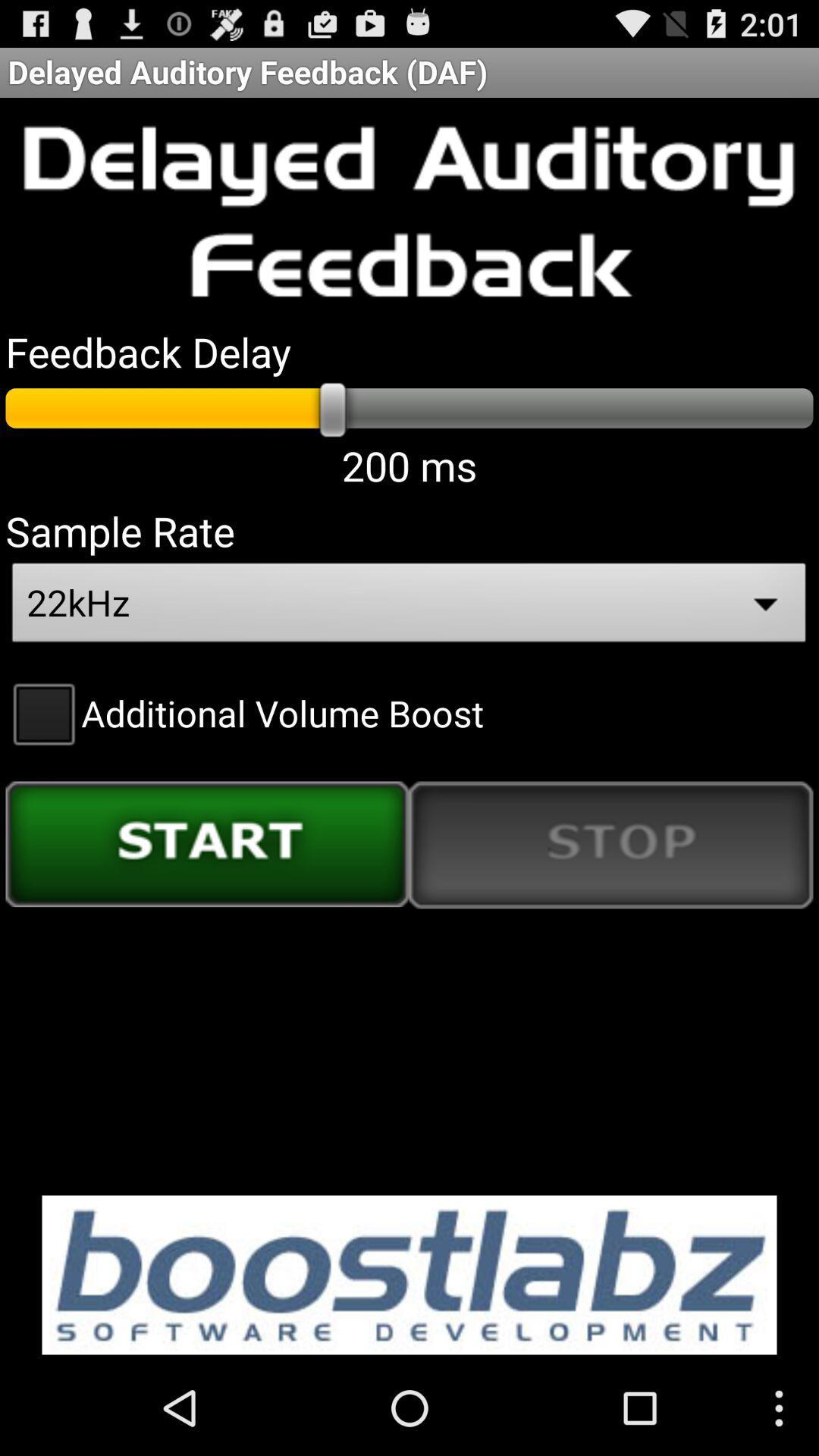 This screenshot has width=819, height=1456. Describe the element at coordinates (610, 844) in the screenshot. I see `item below the additional volume boost` at that location.